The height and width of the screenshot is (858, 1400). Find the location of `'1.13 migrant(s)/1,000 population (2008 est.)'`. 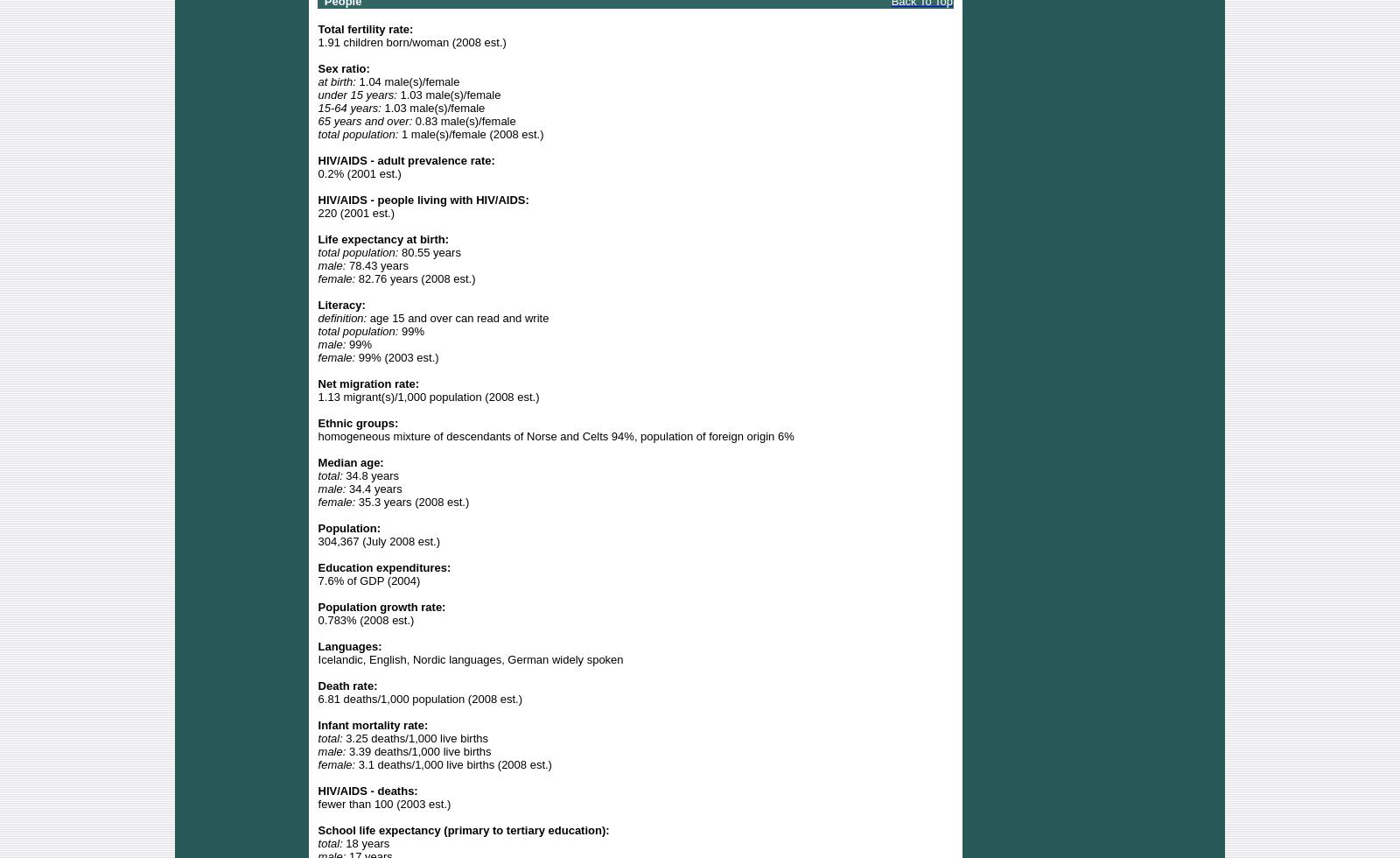

'1.13 migrant(s)/1,000 population (2008 est.)' is located at coordinates (427, 396).